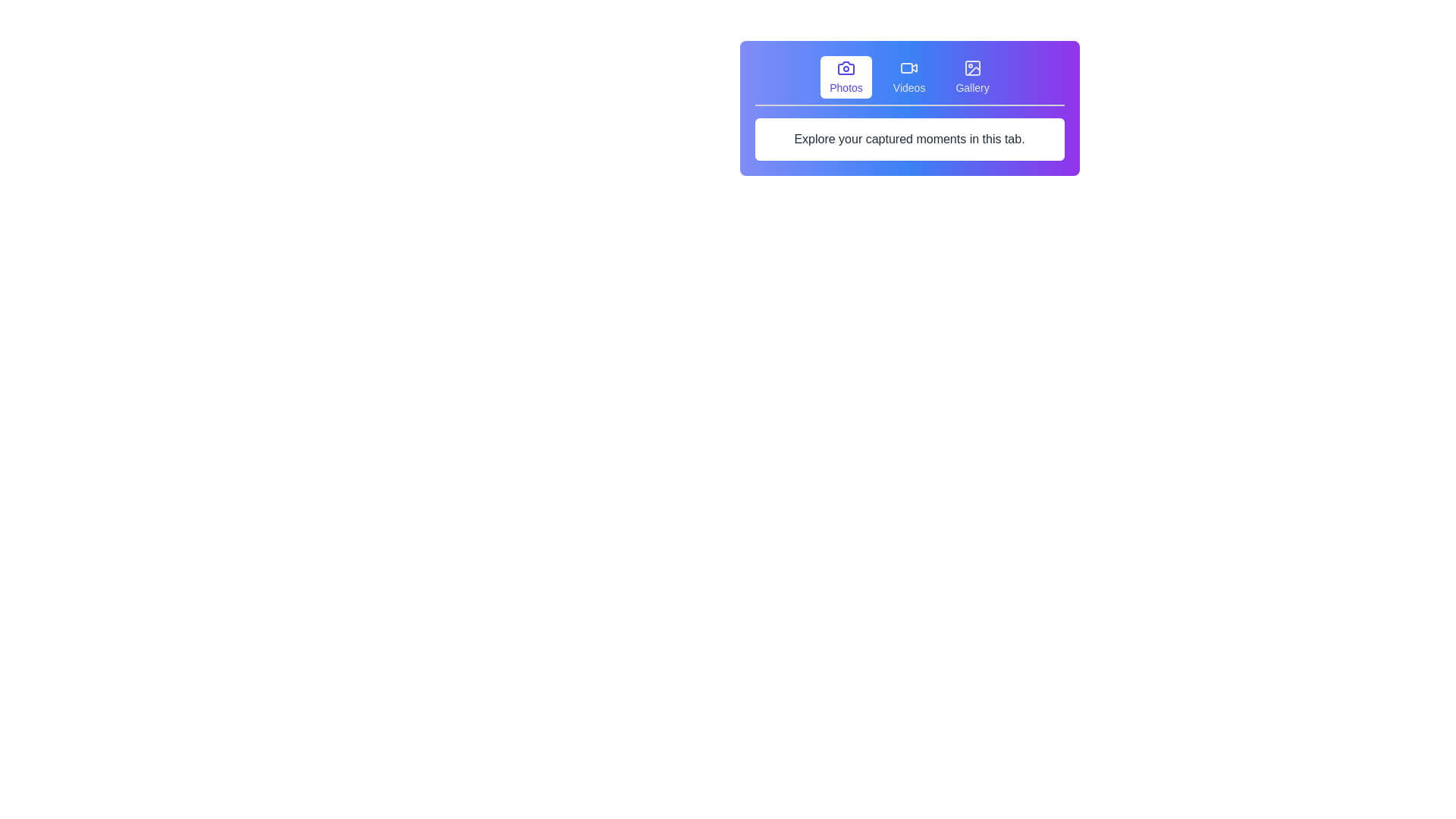  I want to click on the 'Gallery' button, which features an icon for images and the label 'Gallery' in a medium font size, so click(972, 77).